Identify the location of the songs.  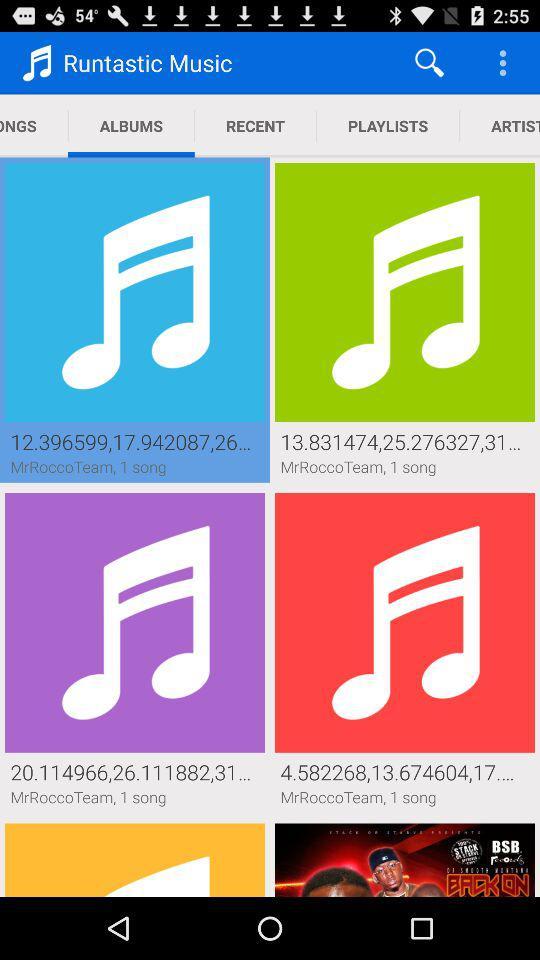
(33, 125).